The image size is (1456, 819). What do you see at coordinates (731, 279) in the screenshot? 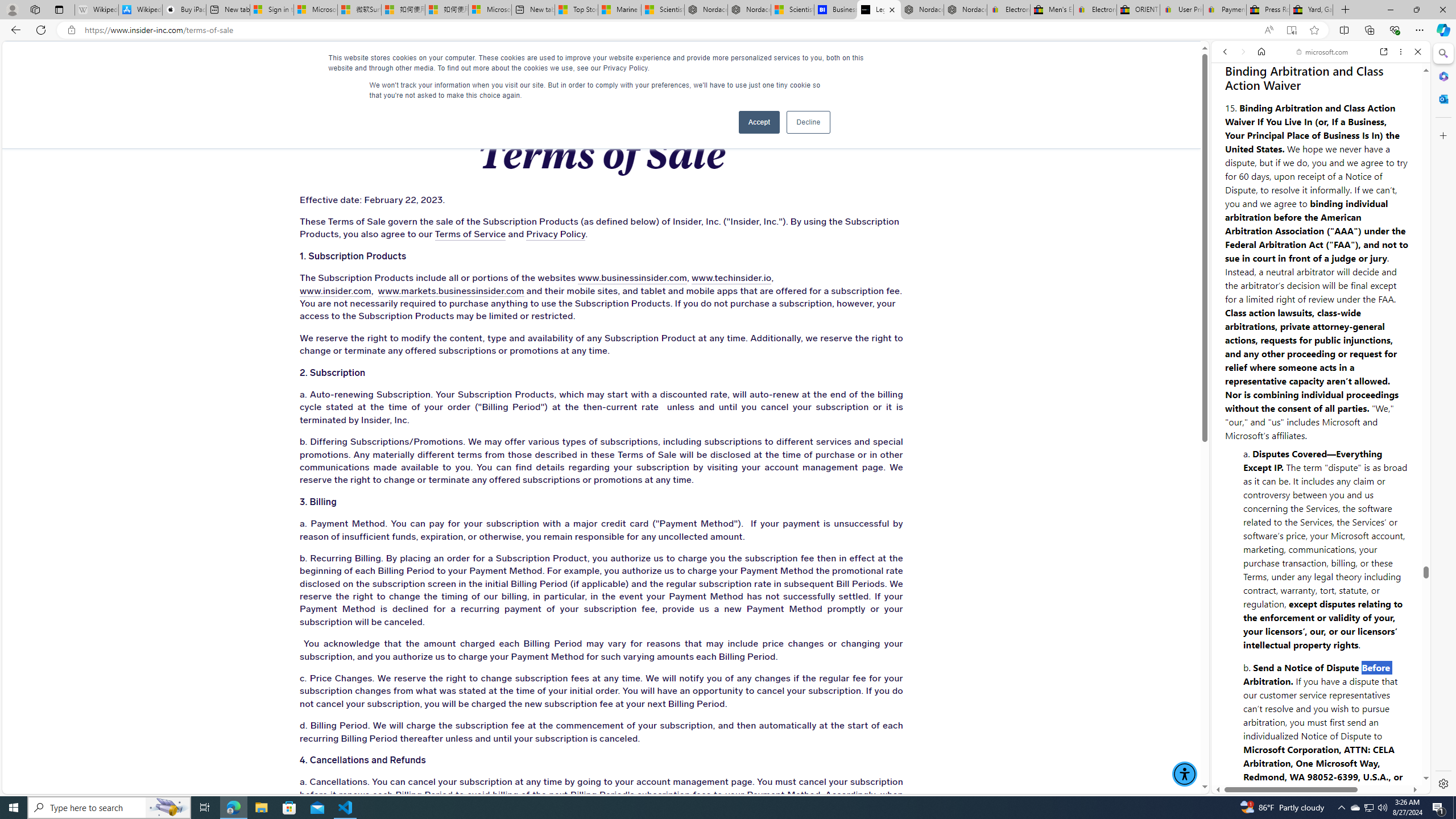
I see `'www.techinsider.io'` at bounding box center [731, 279].